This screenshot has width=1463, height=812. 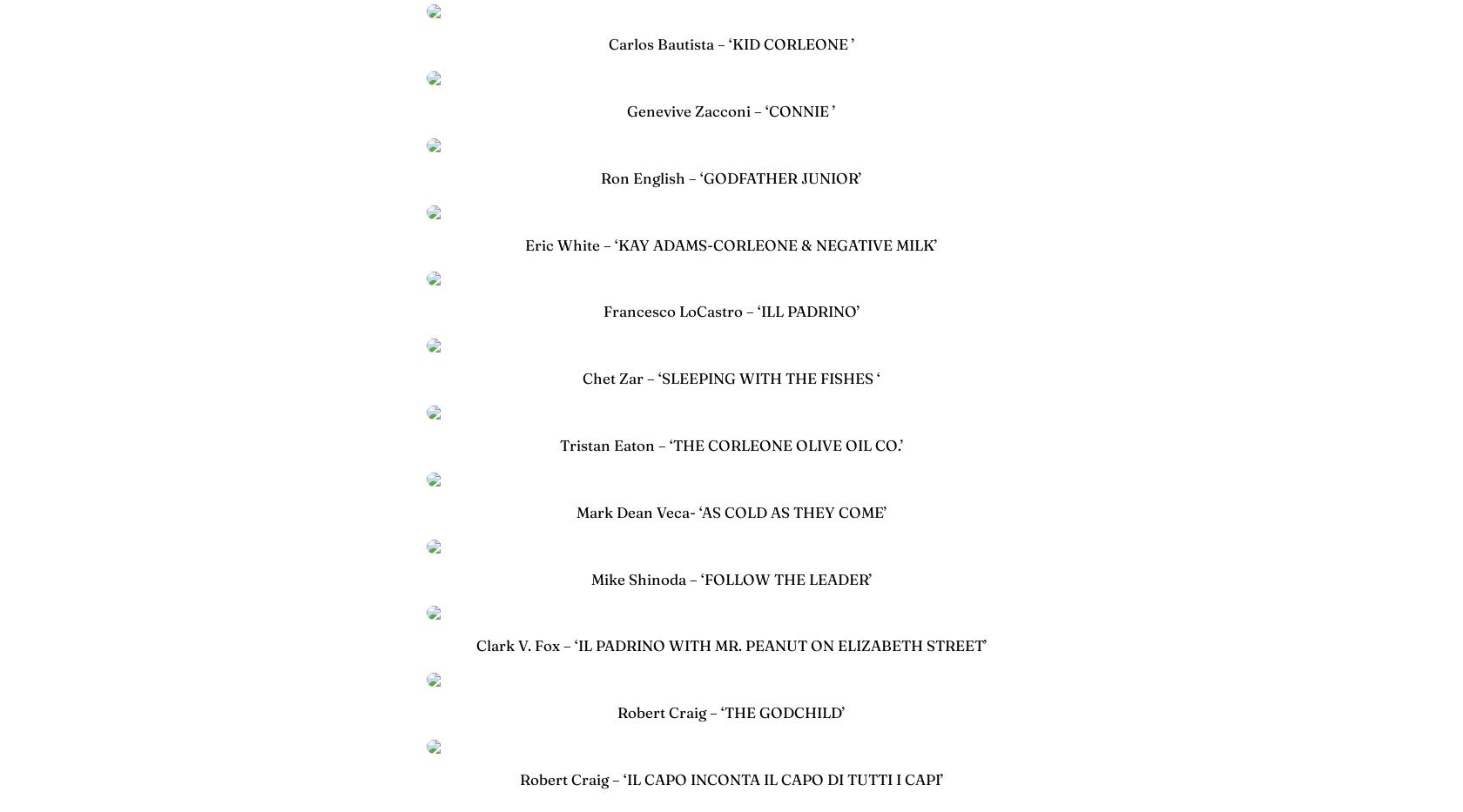 I want to click on 'Chet Zar – ‘SLEEPING WITH THE FISHES ‘', so click(x=731, y=377).